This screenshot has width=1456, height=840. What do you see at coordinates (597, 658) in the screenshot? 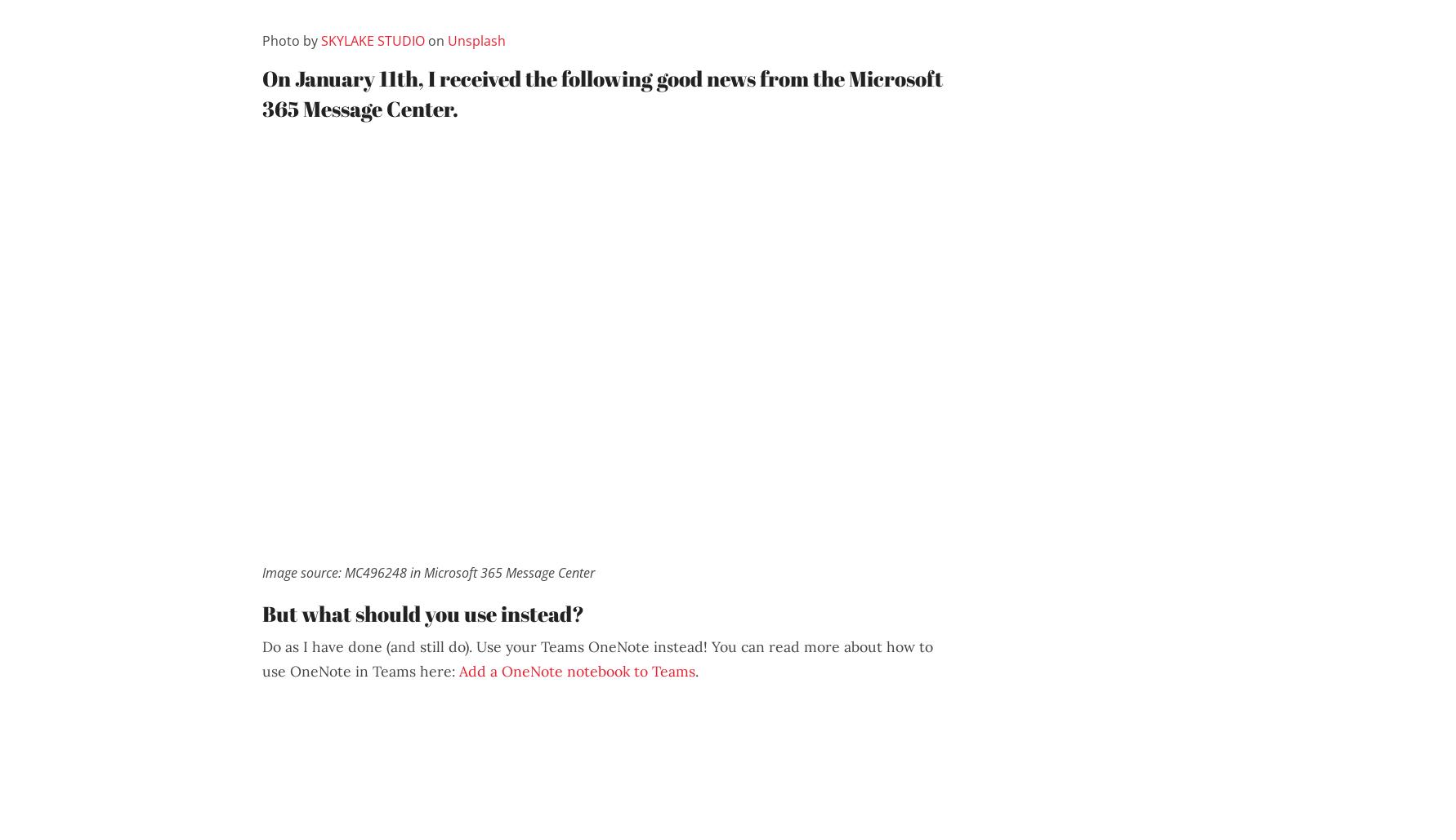
I see `'Do as I have done (and still do). Use your Teams OneNote instead! You can read more about how to use OneNote in Teams here:'` at bounding box center [597, 658].